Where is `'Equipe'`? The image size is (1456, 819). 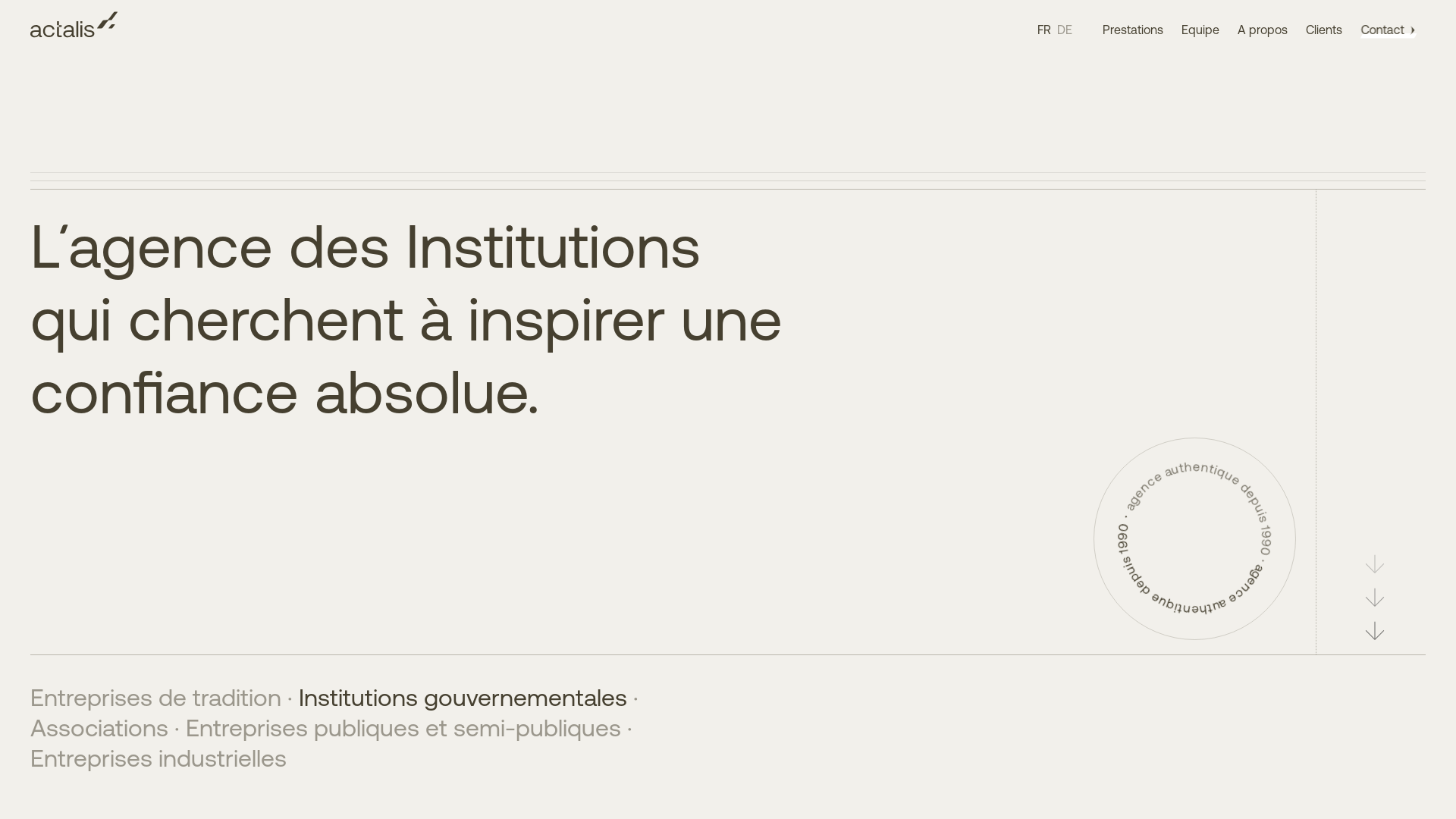 'Equipe' is located at coordinates (1200, 30).